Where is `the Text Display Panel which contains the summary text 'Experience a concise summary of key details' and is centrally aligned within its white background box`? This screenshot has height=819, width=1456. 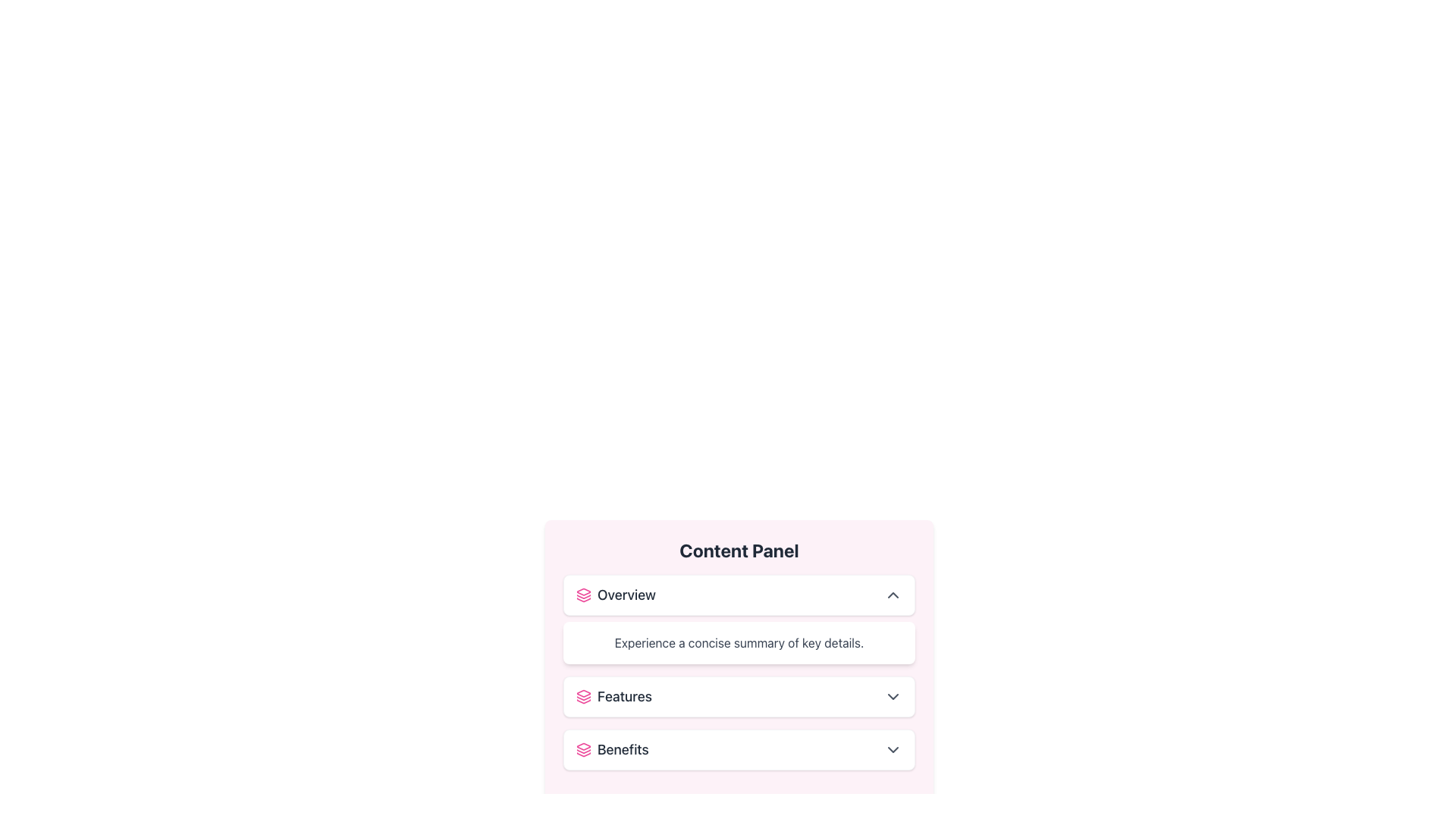
the Text Display Panel which contains the summary text 'Experience a concise summary of key details' and is centrally aligned within its white background box is located at coordinates (739, 647).